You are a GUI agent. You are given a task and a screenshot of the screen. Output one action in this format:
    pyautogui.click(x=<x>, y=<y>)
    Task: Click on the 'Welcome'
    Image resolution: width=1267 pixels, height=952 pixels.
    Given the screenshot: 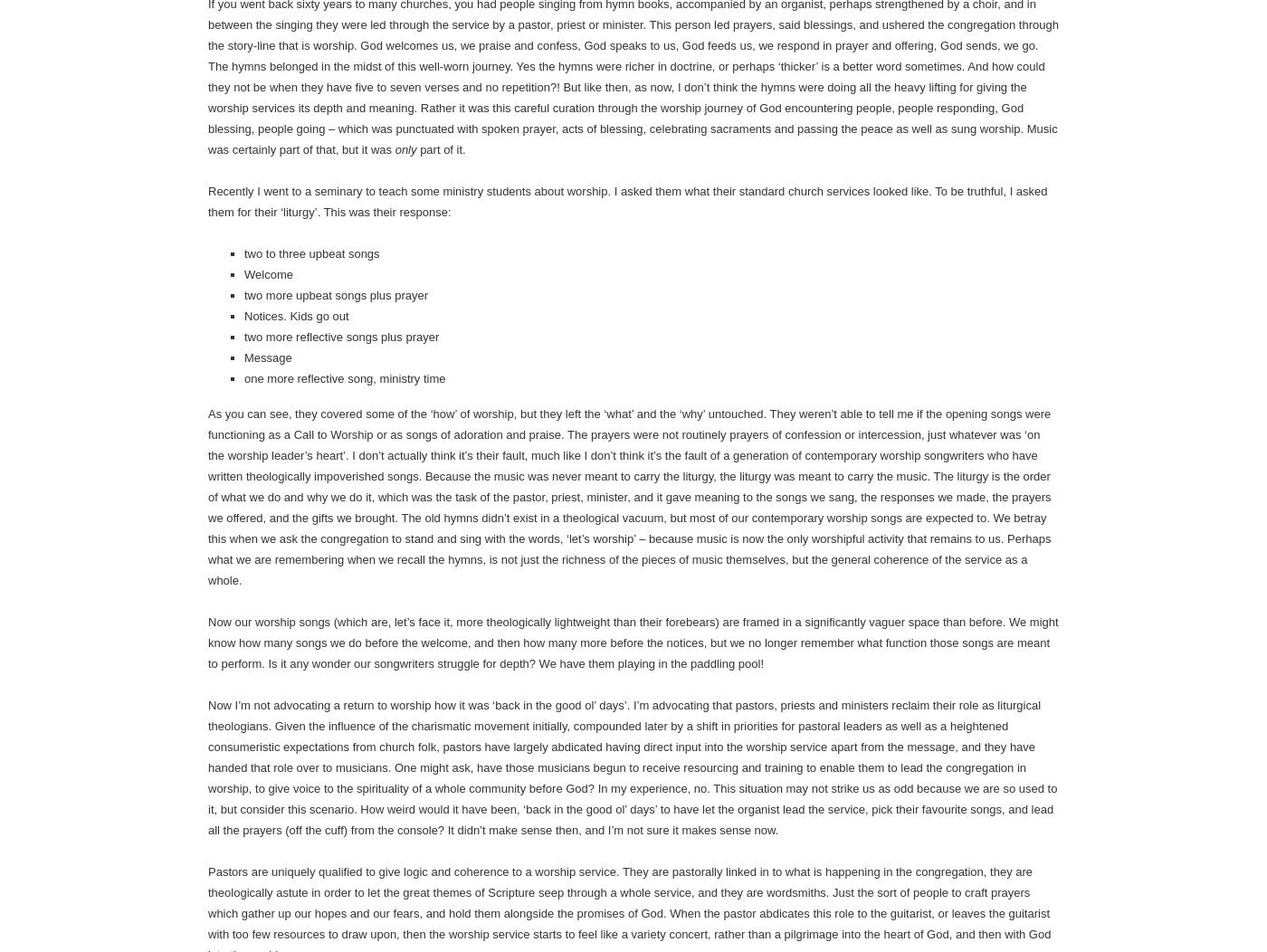 What is the action you would take?
    pyautogui.click(x=244, y=274)
    